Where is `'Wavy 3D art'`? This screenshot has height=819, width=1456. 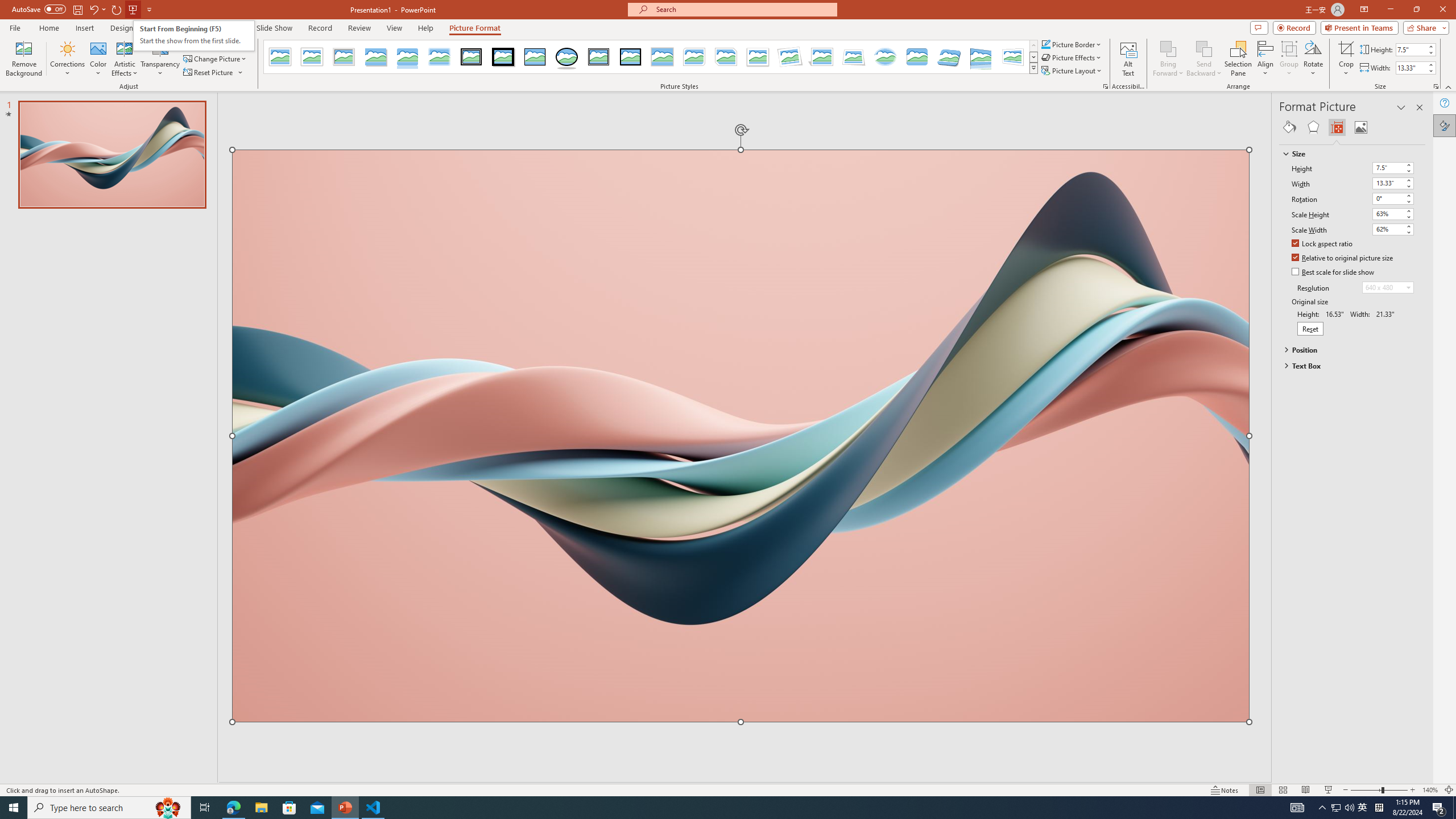
'Wavy 3D art' is located at coordinates (741, 435).